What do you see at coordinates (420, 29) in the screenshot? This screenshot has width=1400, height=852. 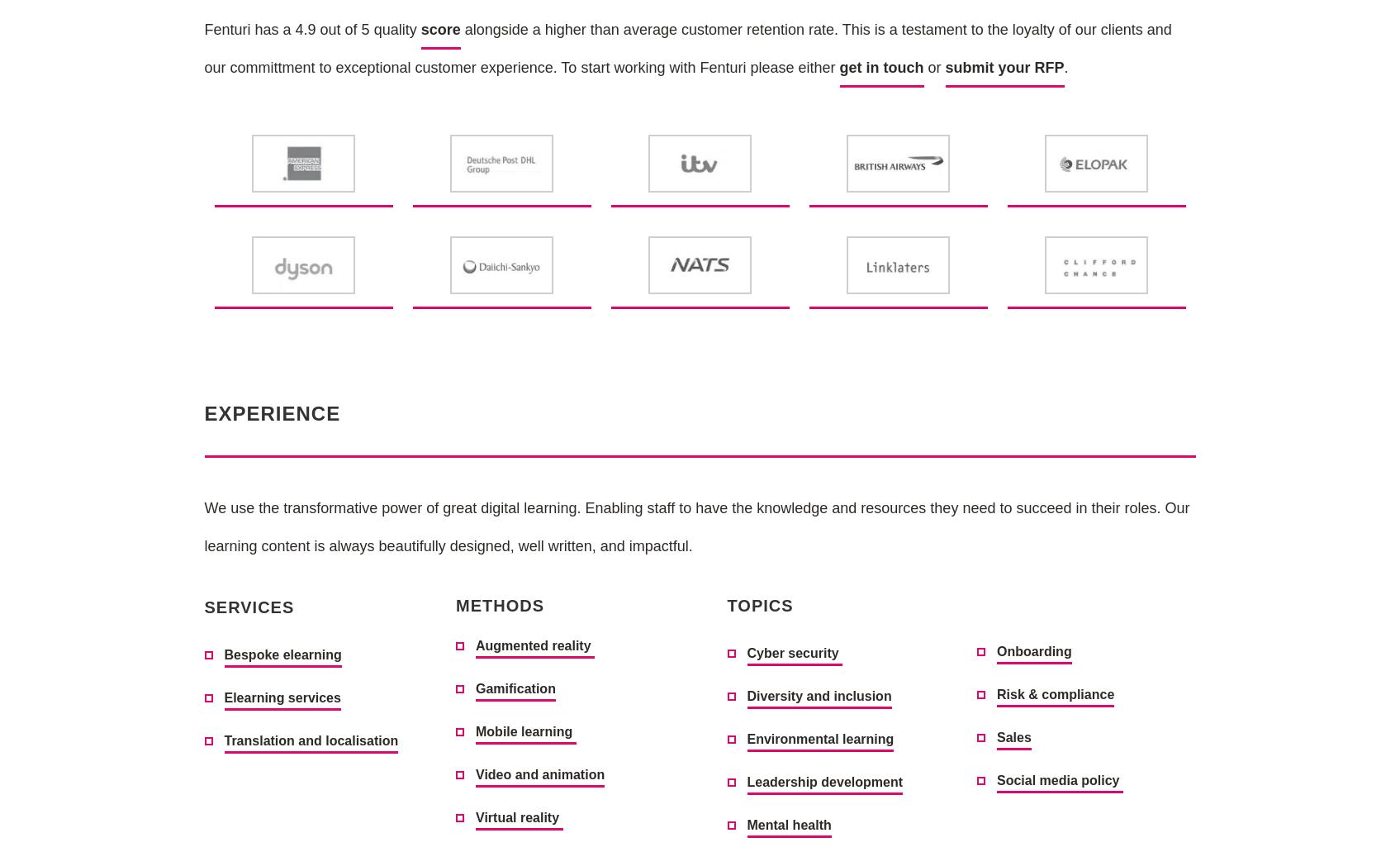 I see `'score'` at bounding box center [420, 29].